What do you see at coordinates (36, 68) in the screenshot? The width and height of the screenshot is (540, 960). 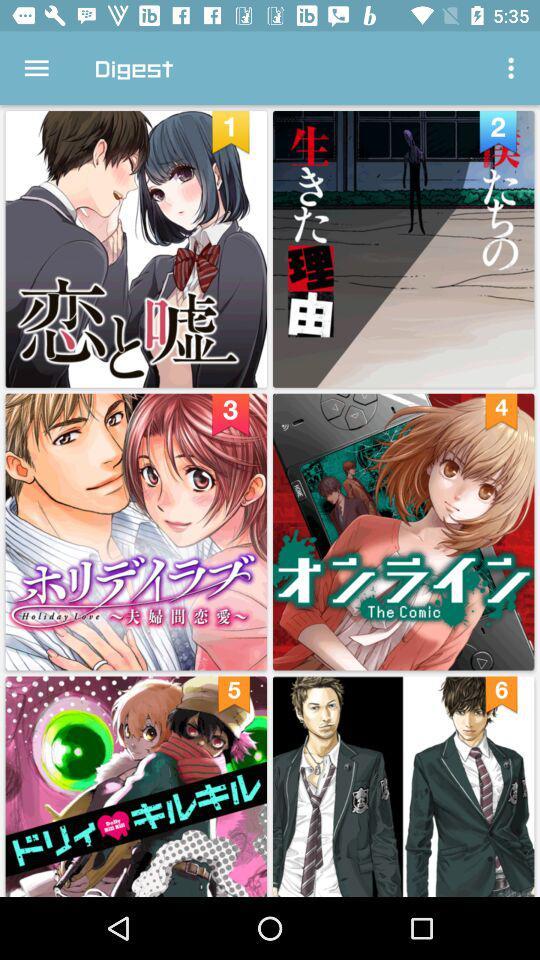 I see `the icon next to digest` at bounding box center [36, 68].